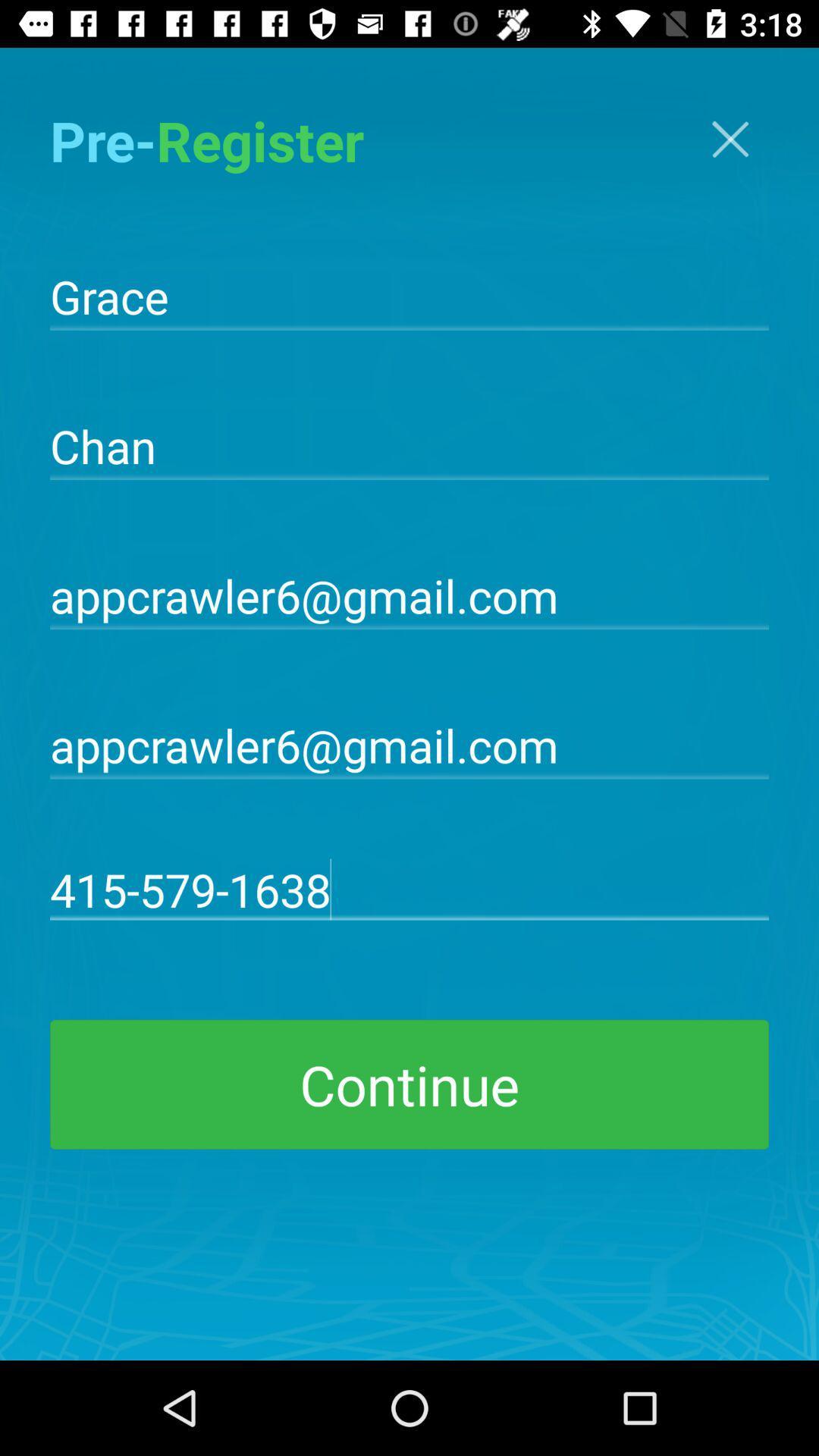 Image resolution: width=819 pixels, height=1456 pixels. What do you see at coordinates (409, 1084) in the screenshot?
I see `the icon below the 415-579-1638 item` at bounding box center [409, 1084].